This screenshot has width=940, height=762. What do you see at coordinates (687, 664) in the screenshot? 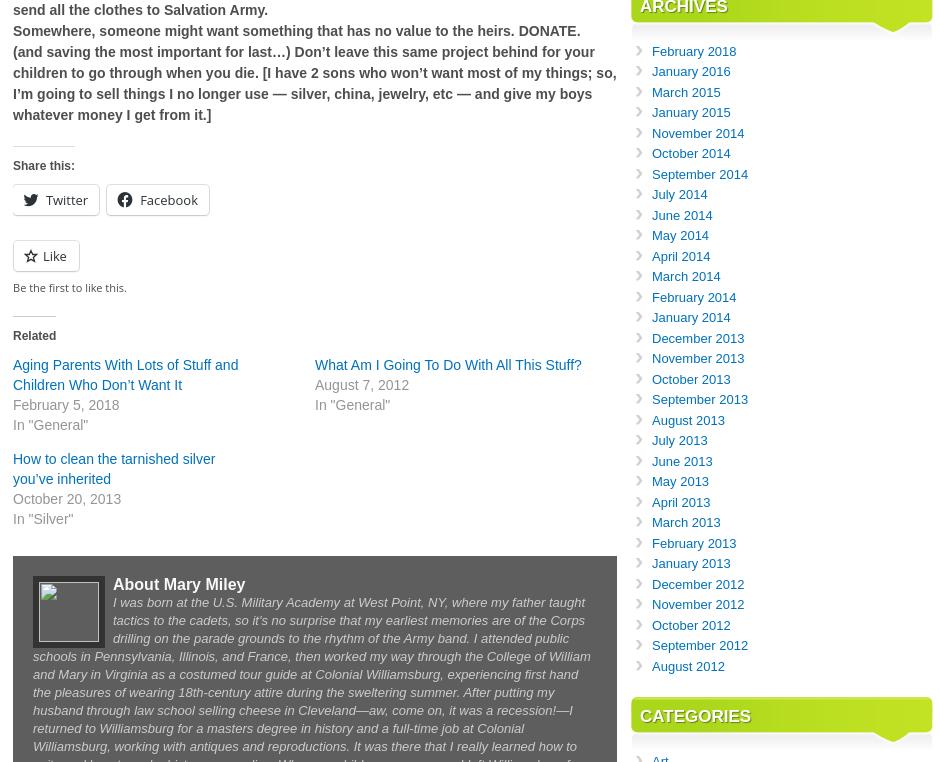
I see `'August 2012'` at bounding box center [687, 664].